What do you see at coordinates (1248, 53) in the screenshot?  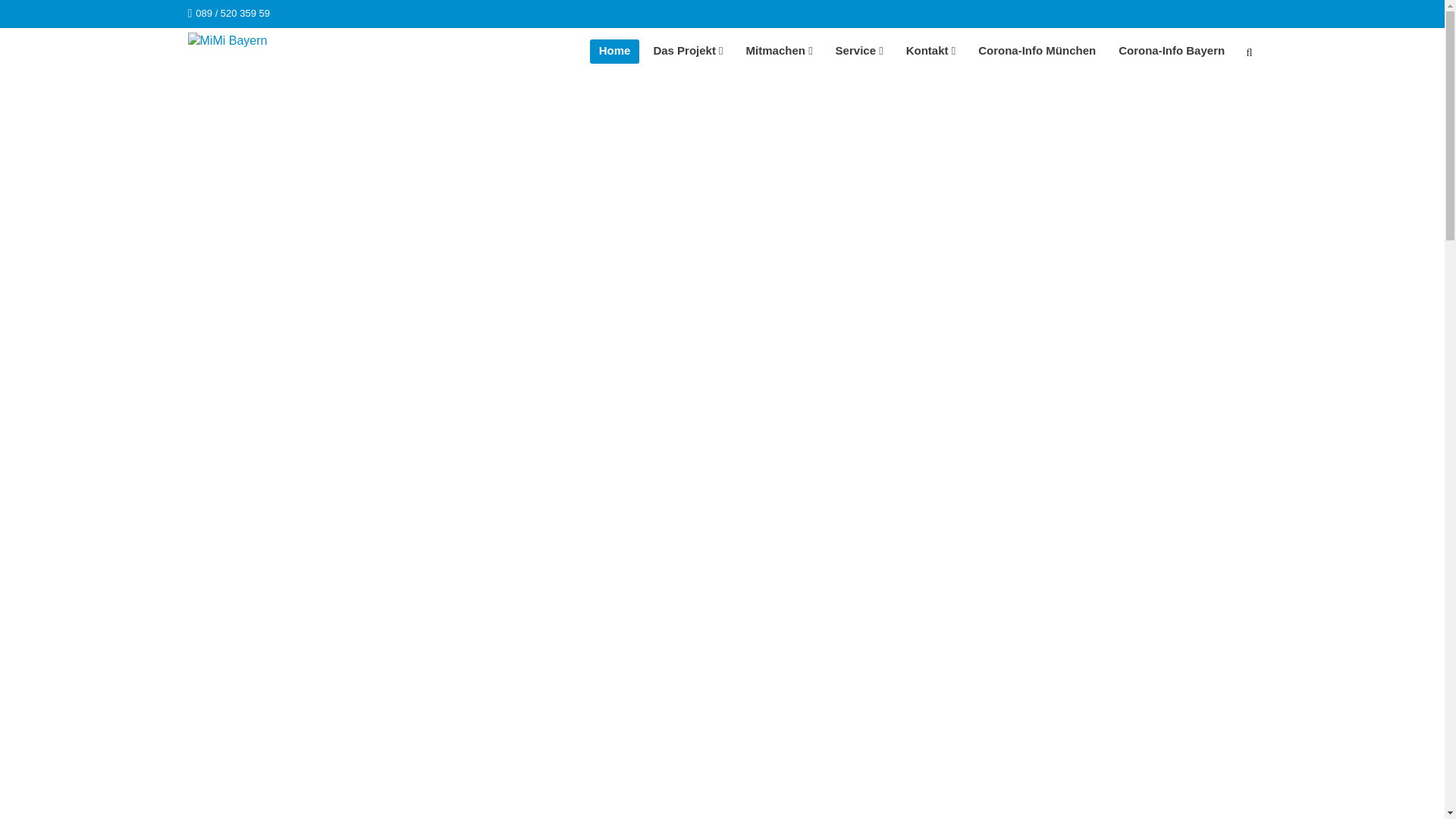 I see `'Search'` at bounding box center [1248, 53].